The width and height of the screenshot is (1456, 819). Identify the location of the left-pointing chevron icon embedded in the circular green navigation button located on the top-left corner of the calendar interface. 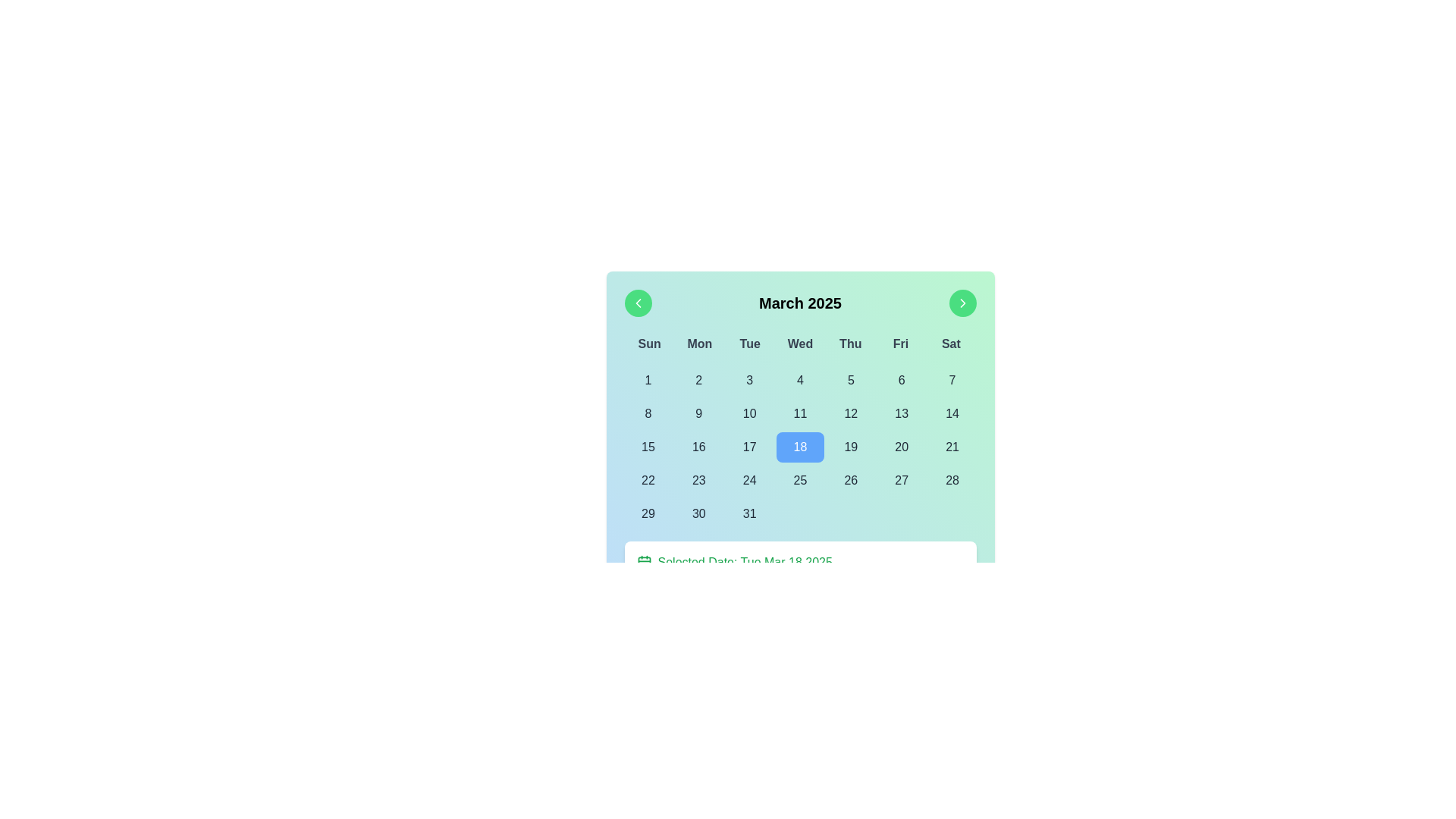
(638, 303).